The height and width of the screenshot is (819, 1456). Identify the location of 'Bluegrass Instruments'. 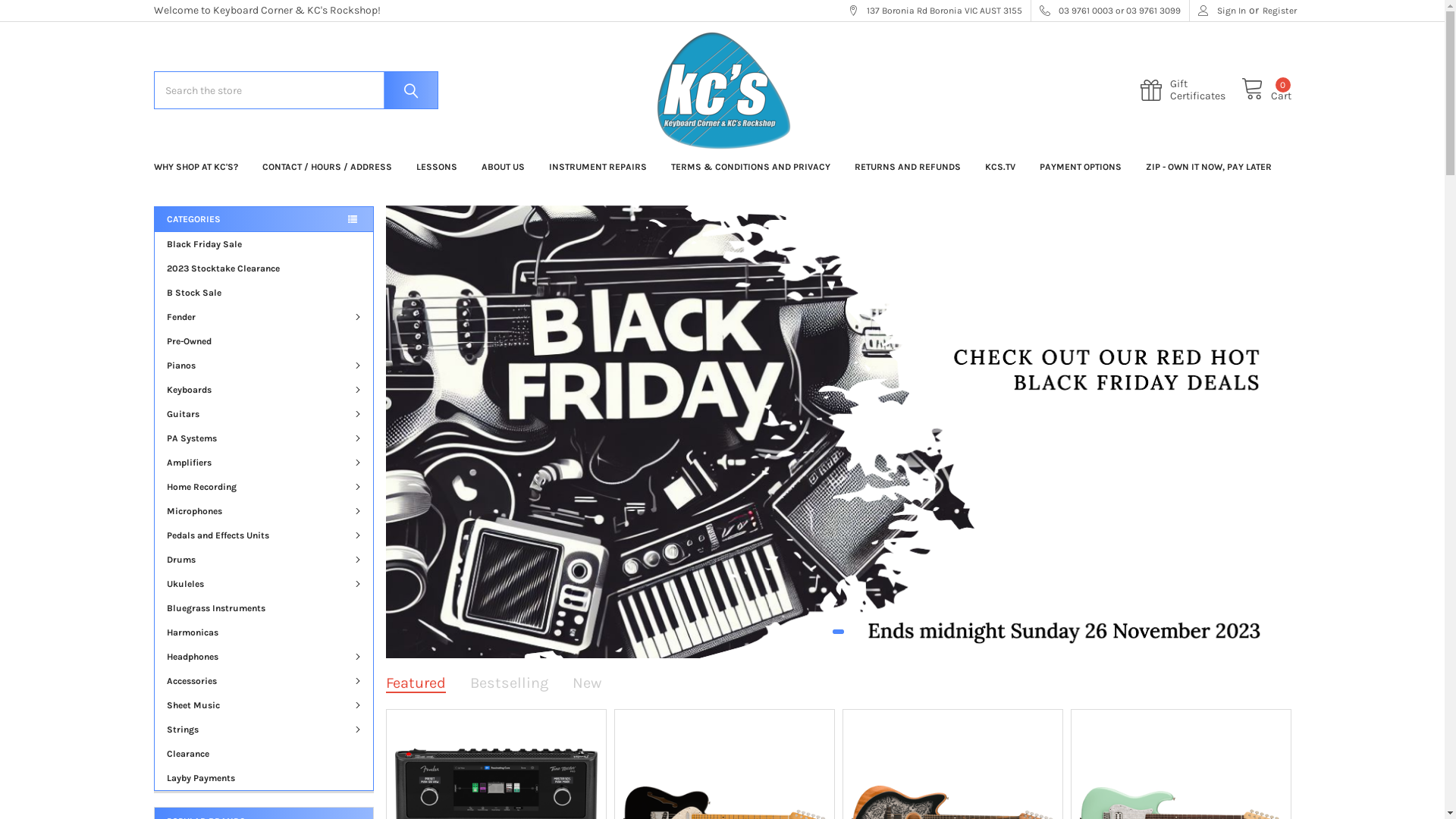
(263, 607).